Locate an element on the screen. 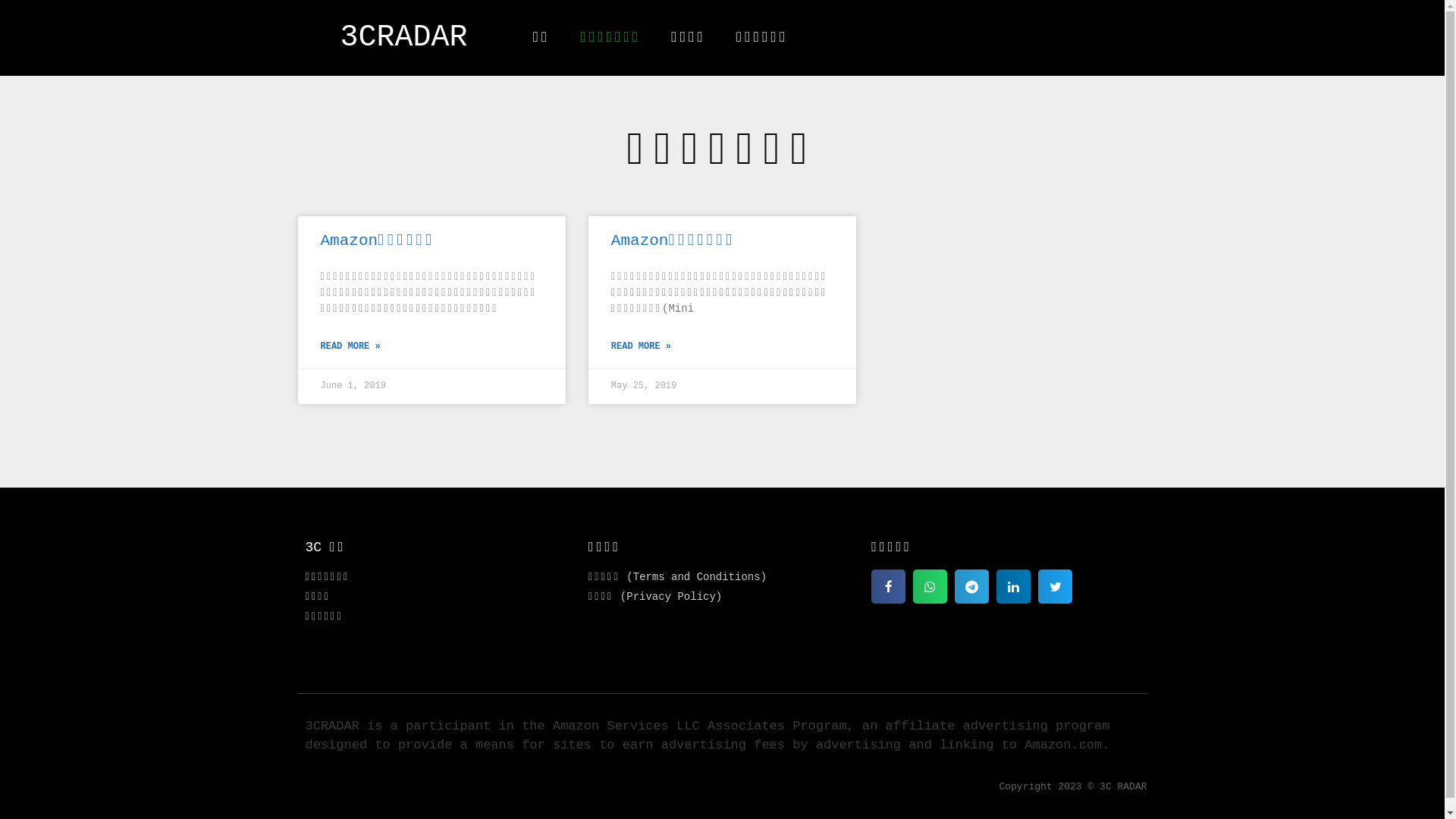 The image size is (1456, 819). '3CRADAR' is located at coordinates (403, 36).